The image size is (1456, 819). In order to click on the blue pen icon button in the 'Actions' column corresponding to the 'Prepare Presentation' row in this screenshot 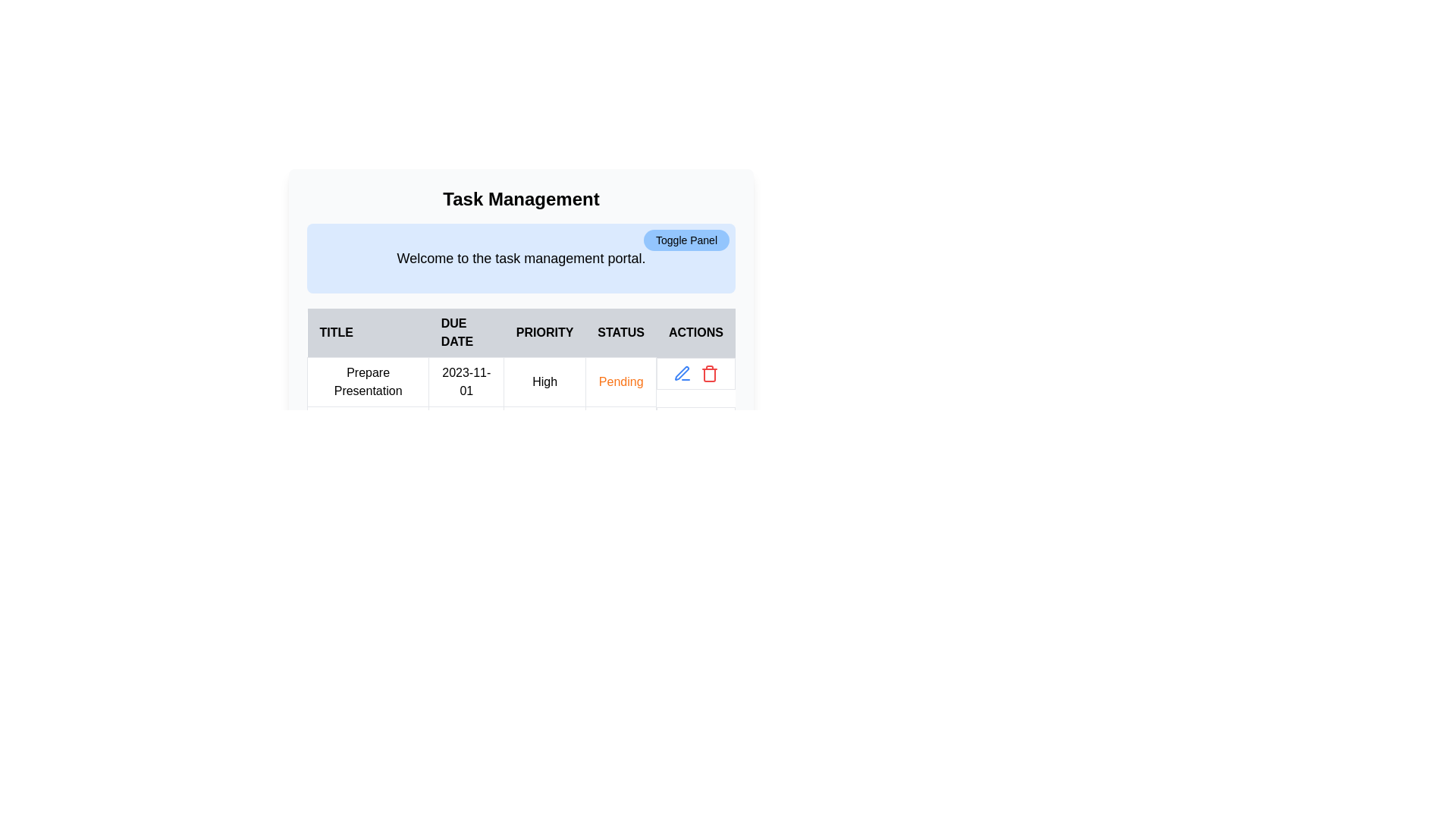, I will do `click(682, 373)`.